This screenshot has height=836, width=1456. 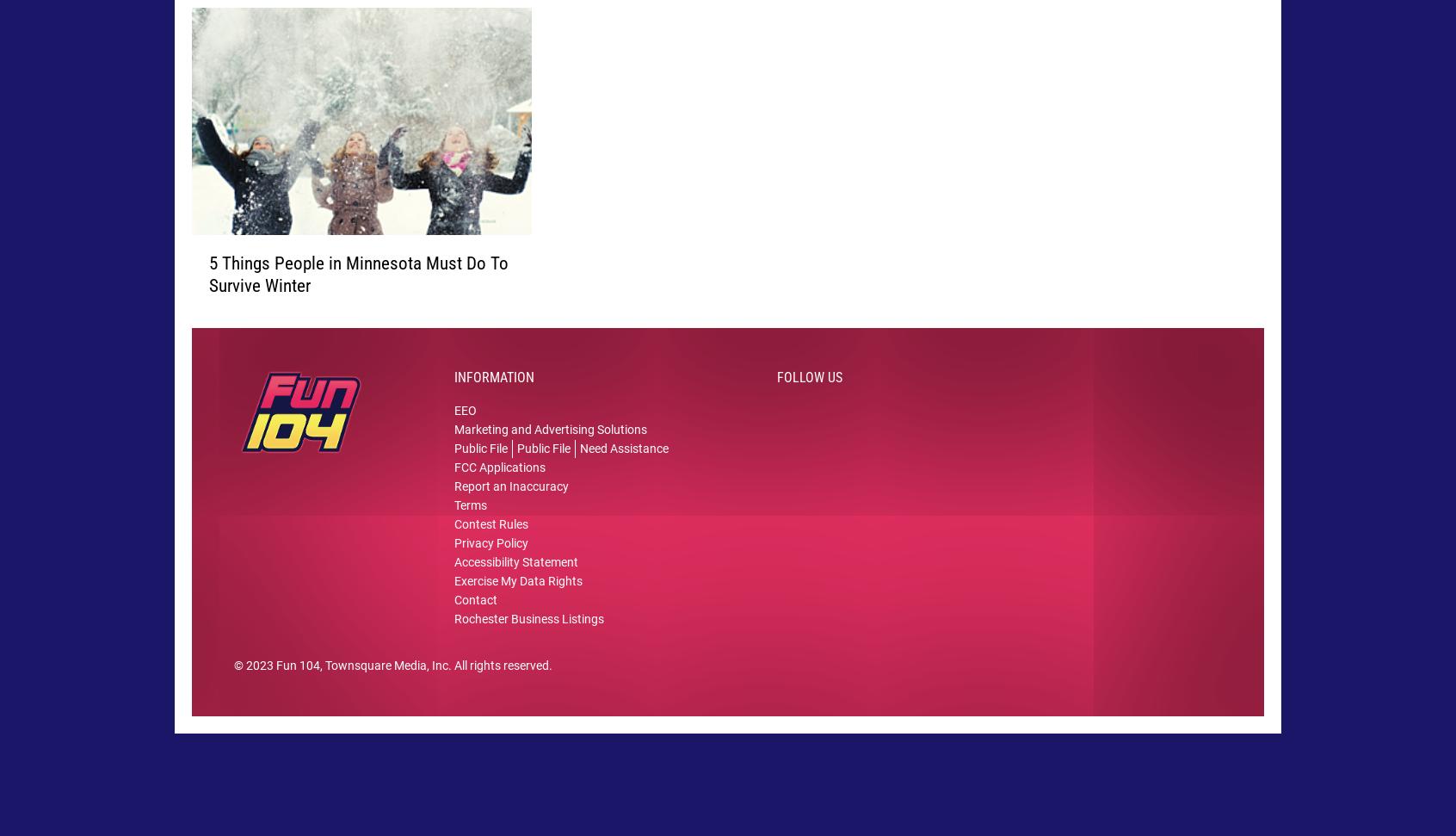 What do you see at coordinates (510, 511) in the screenshot?
I see `'Report an Inaccuracy'` at bounding box center [510, 511].